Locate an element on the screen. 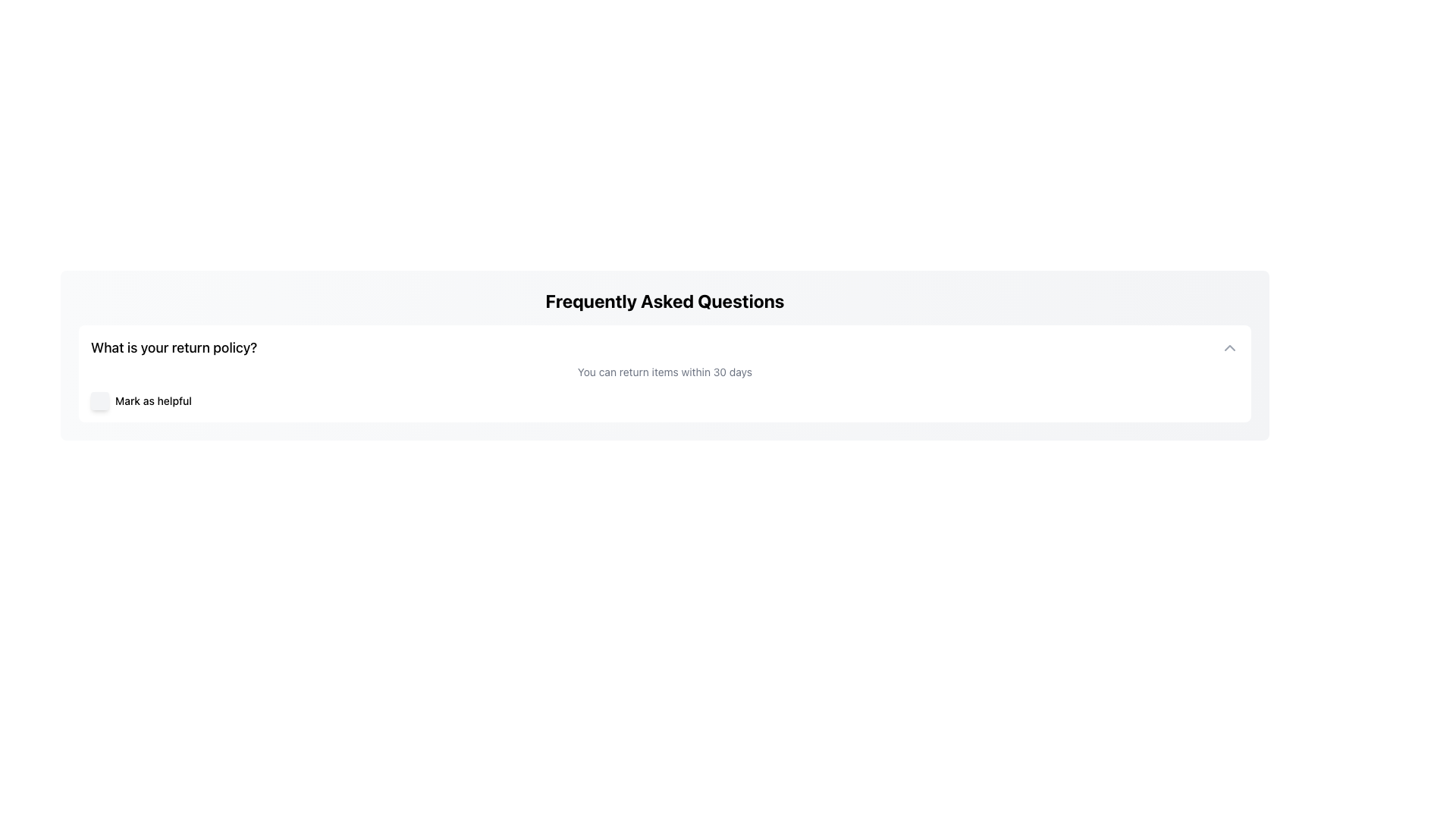 Image resolution: width=1456 pixels, height=819 pixels. the static text label stating 'You can return items within 30 days.' which is located under the question 'What is your return policy?' is located at coordinates (665, 372).